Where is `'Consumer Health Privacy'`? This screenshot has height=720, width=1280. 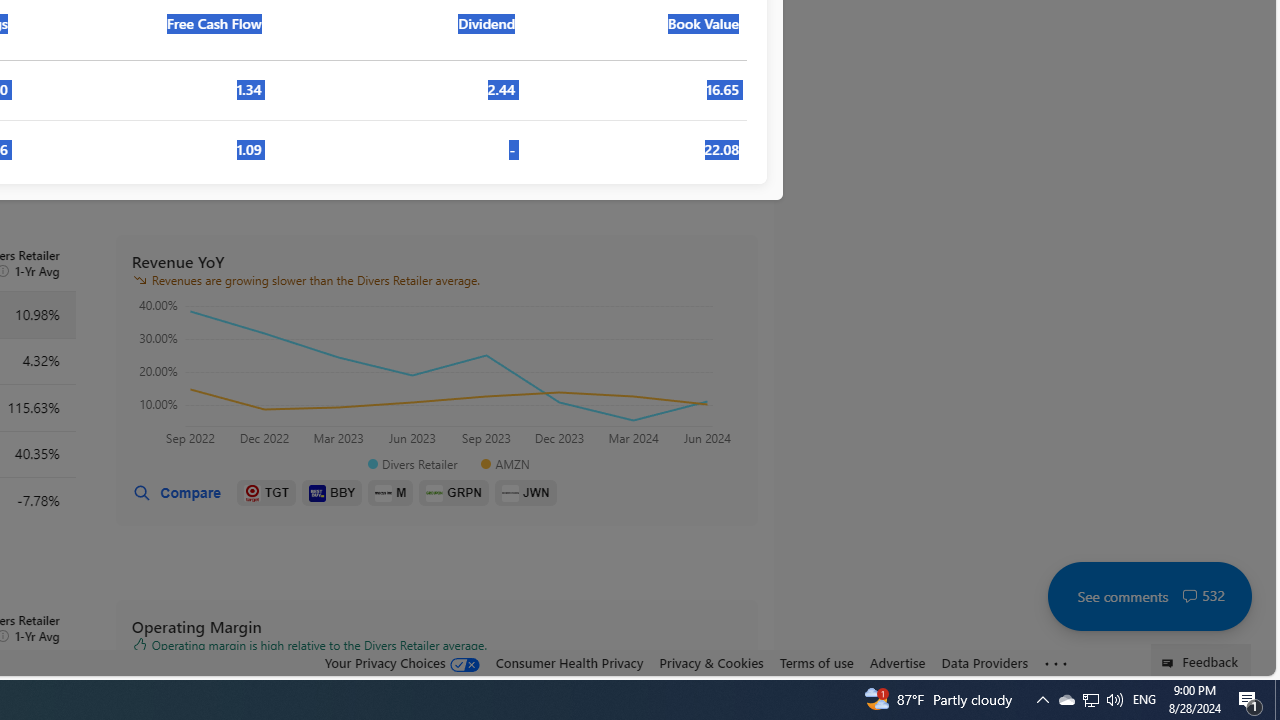 'Consumer Health Privacy' is located at coordinates (568, 662).